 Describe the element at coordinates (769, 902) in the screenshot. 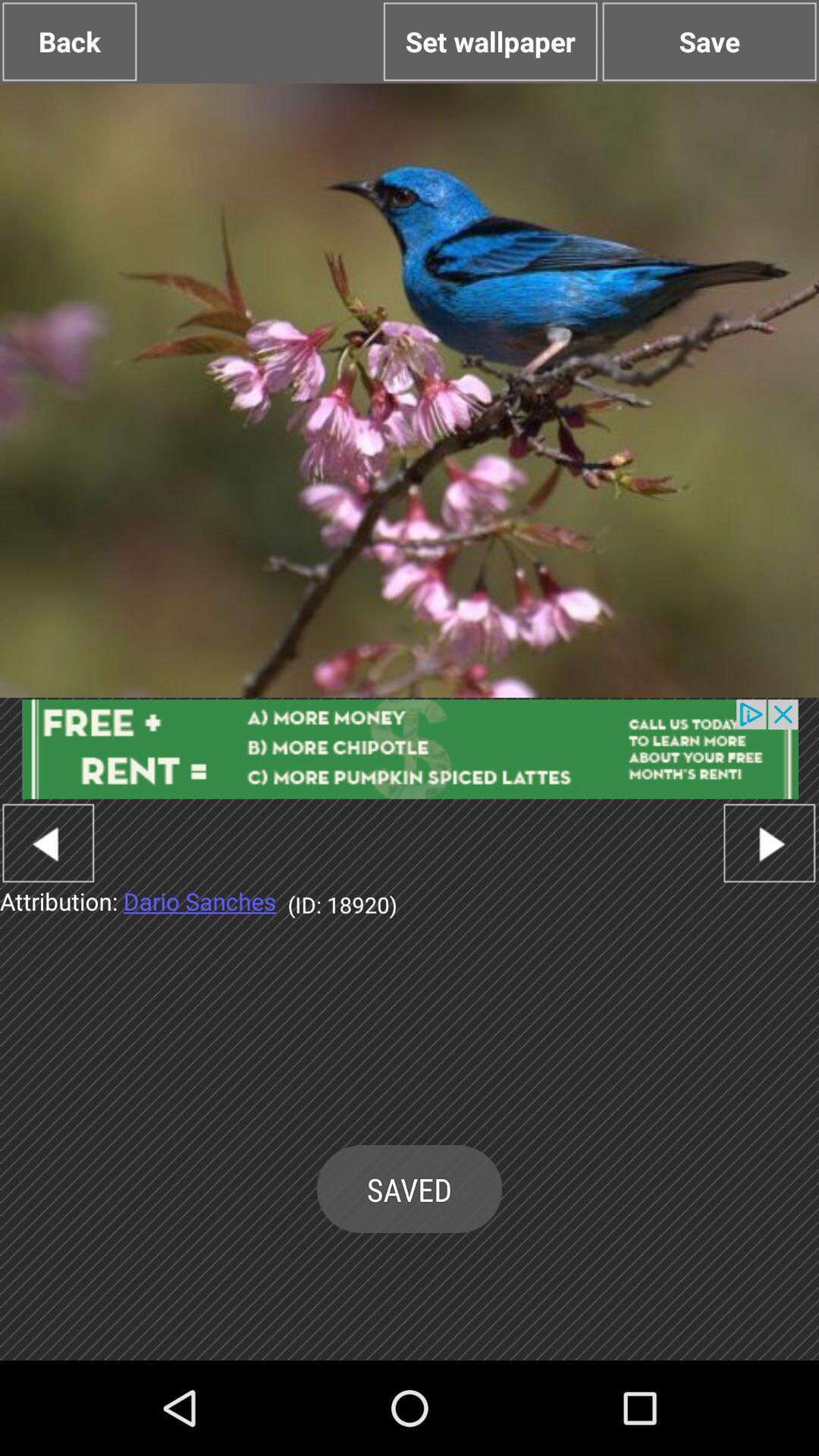

I see `the play icon` at that location.